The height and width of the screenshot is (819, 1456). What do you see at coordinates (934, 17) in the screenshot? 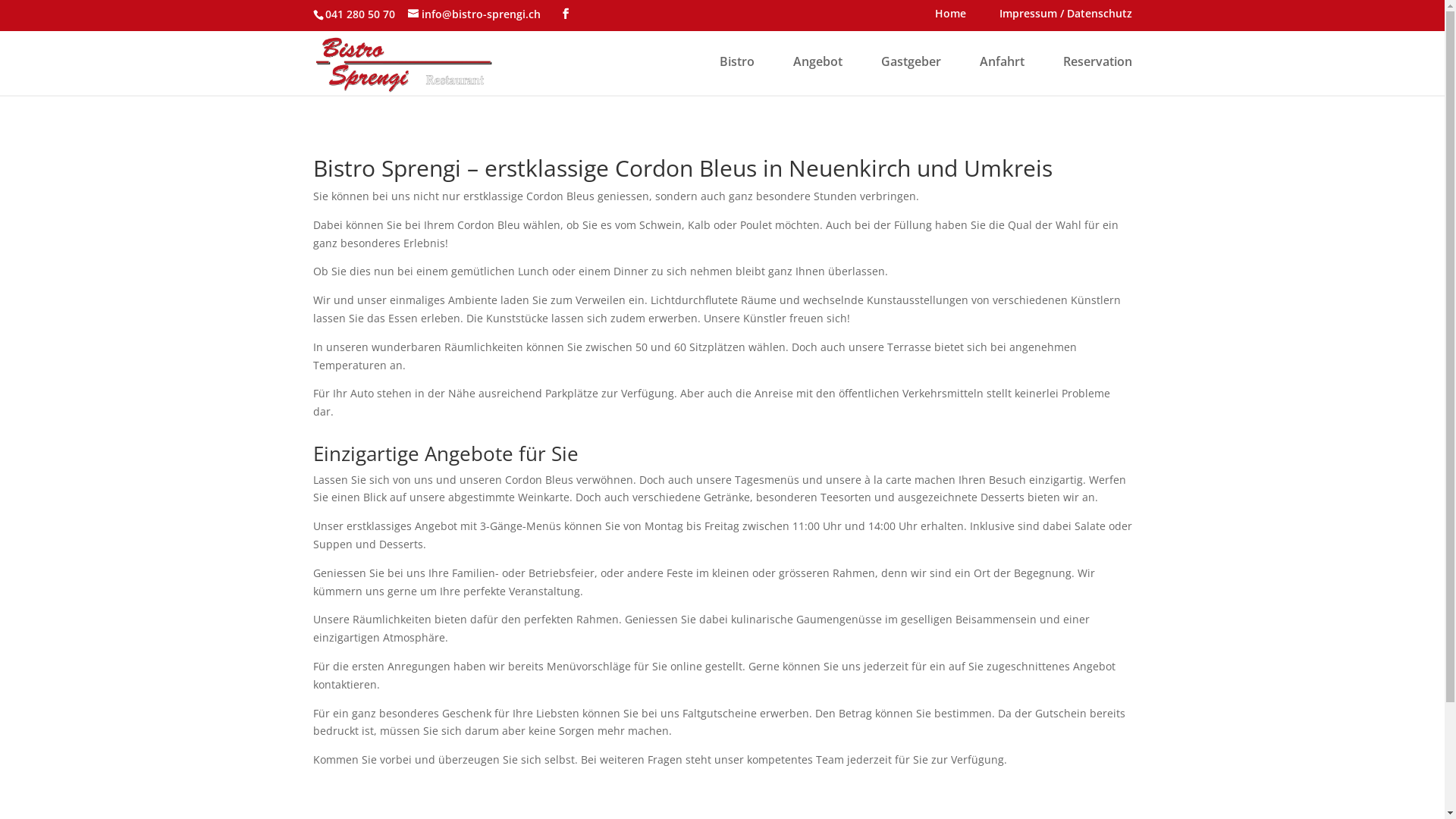
I see `'Home'` at bounding box center [934, 17].